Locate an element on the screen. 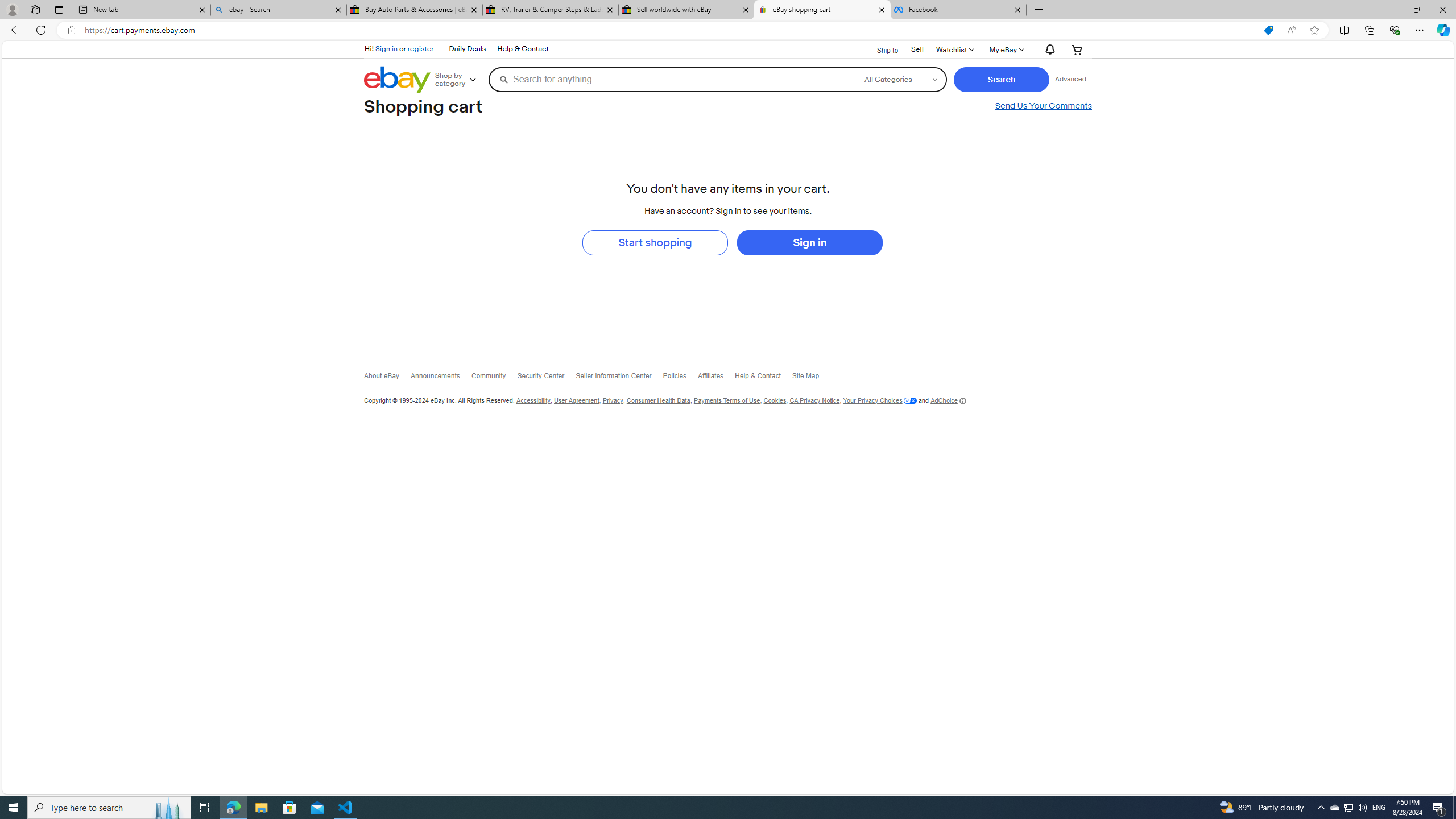 This screenshot has width=1456, height=819. 'Select a category for search' is located at coordinates (900, 78).